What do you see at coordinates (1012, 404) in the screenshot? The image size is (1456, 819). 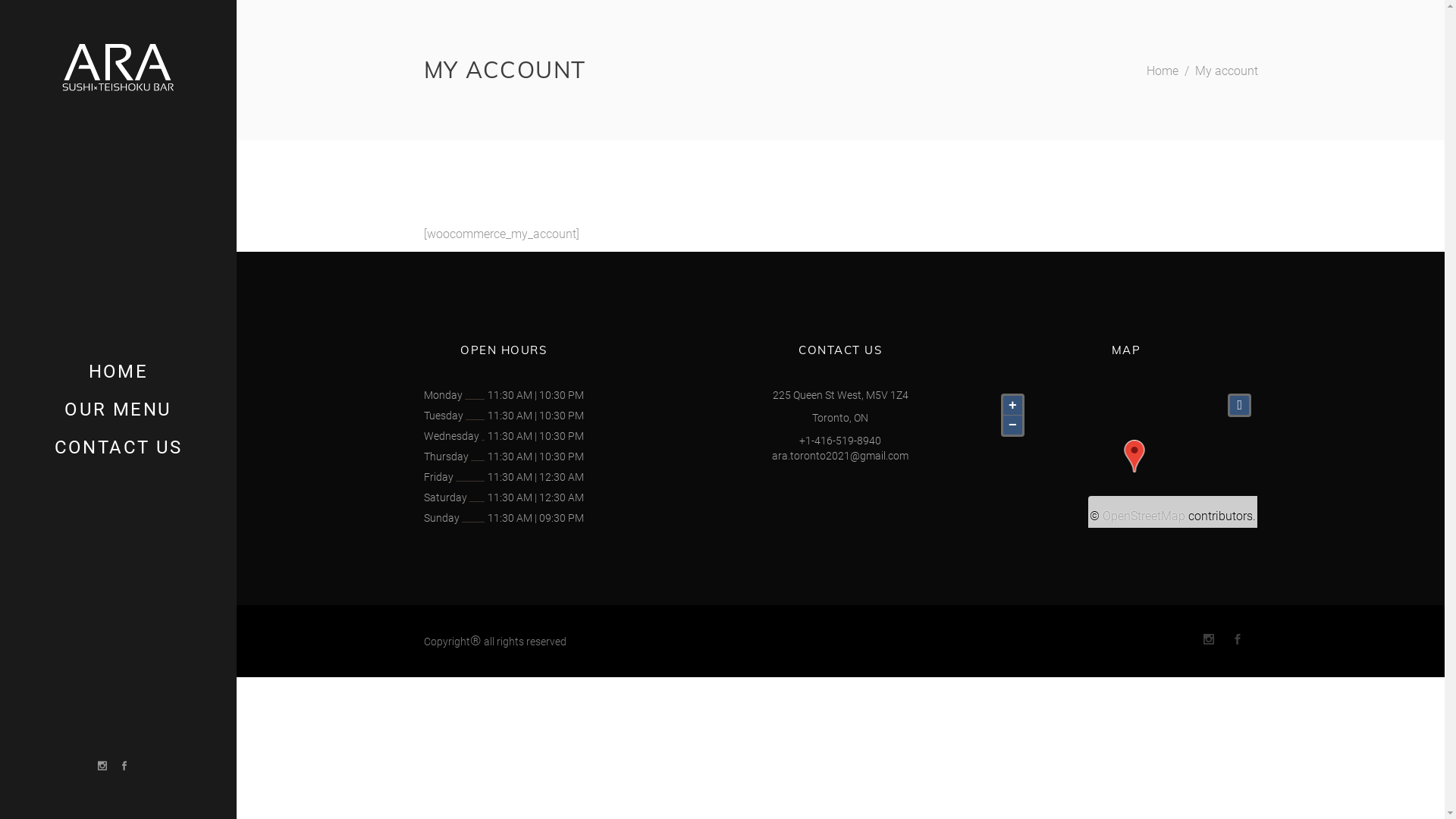 I see `'+'` at bounding box center [1012, 404].